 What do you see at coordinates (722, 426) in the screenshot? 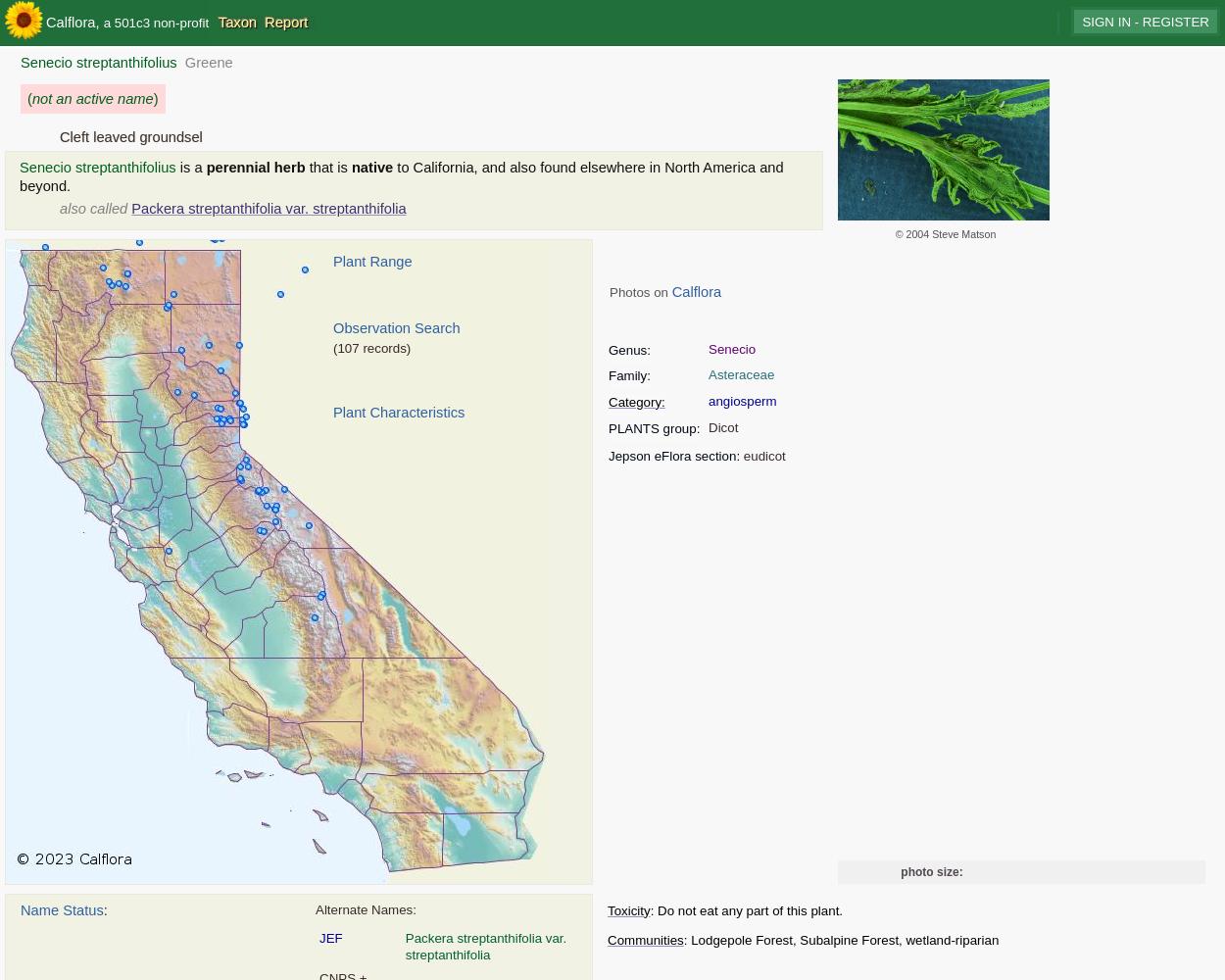
I see `'Dicot'` at bounding box center [722, 426].